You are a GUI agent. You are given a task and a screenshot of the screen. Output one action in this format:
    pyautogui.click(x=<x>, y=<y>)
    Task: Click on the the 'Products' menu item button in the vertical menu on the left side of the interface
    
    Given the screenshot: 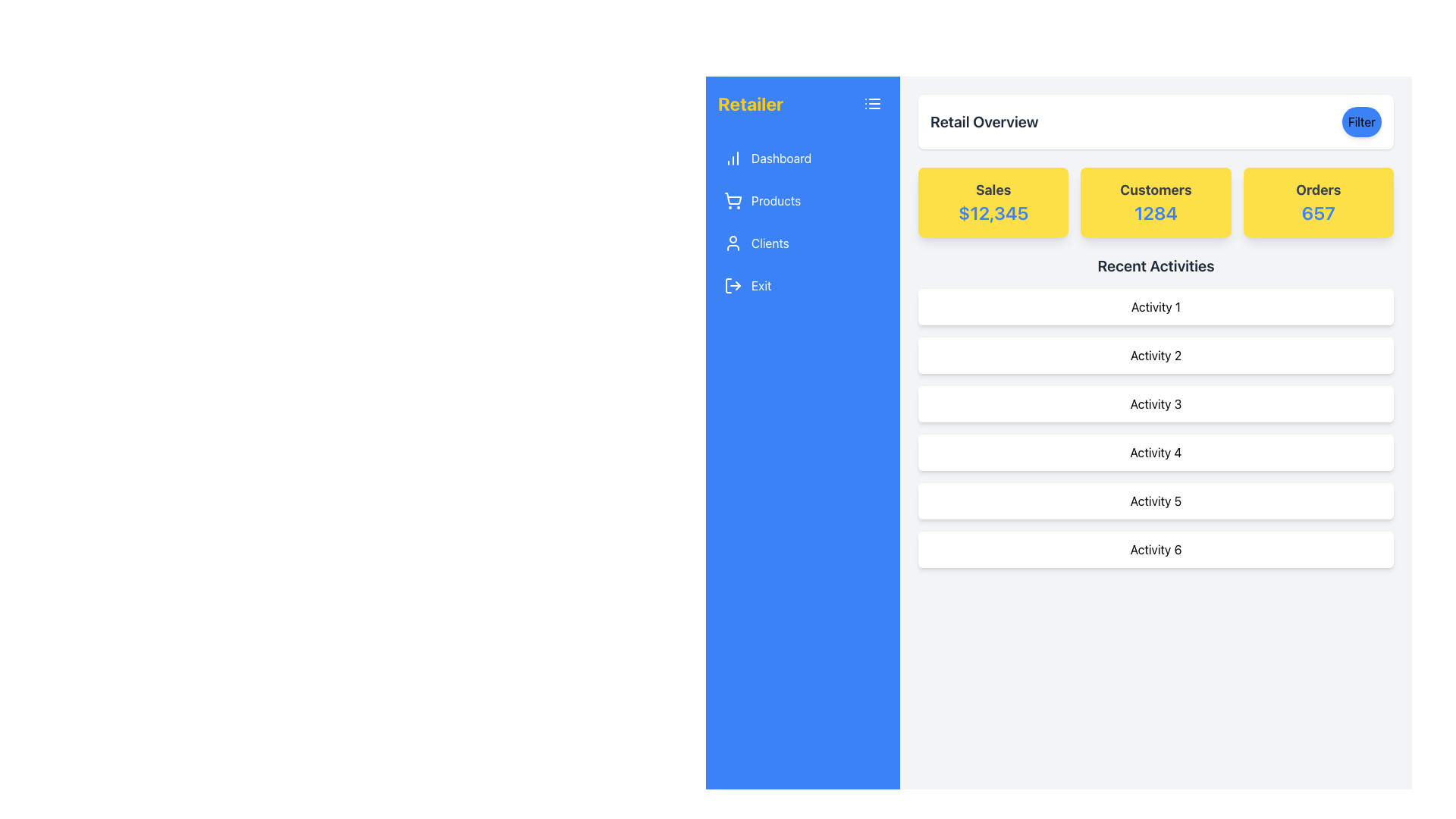 What is the action you would take?
    pyautogui.click(x=802, y=200)
    